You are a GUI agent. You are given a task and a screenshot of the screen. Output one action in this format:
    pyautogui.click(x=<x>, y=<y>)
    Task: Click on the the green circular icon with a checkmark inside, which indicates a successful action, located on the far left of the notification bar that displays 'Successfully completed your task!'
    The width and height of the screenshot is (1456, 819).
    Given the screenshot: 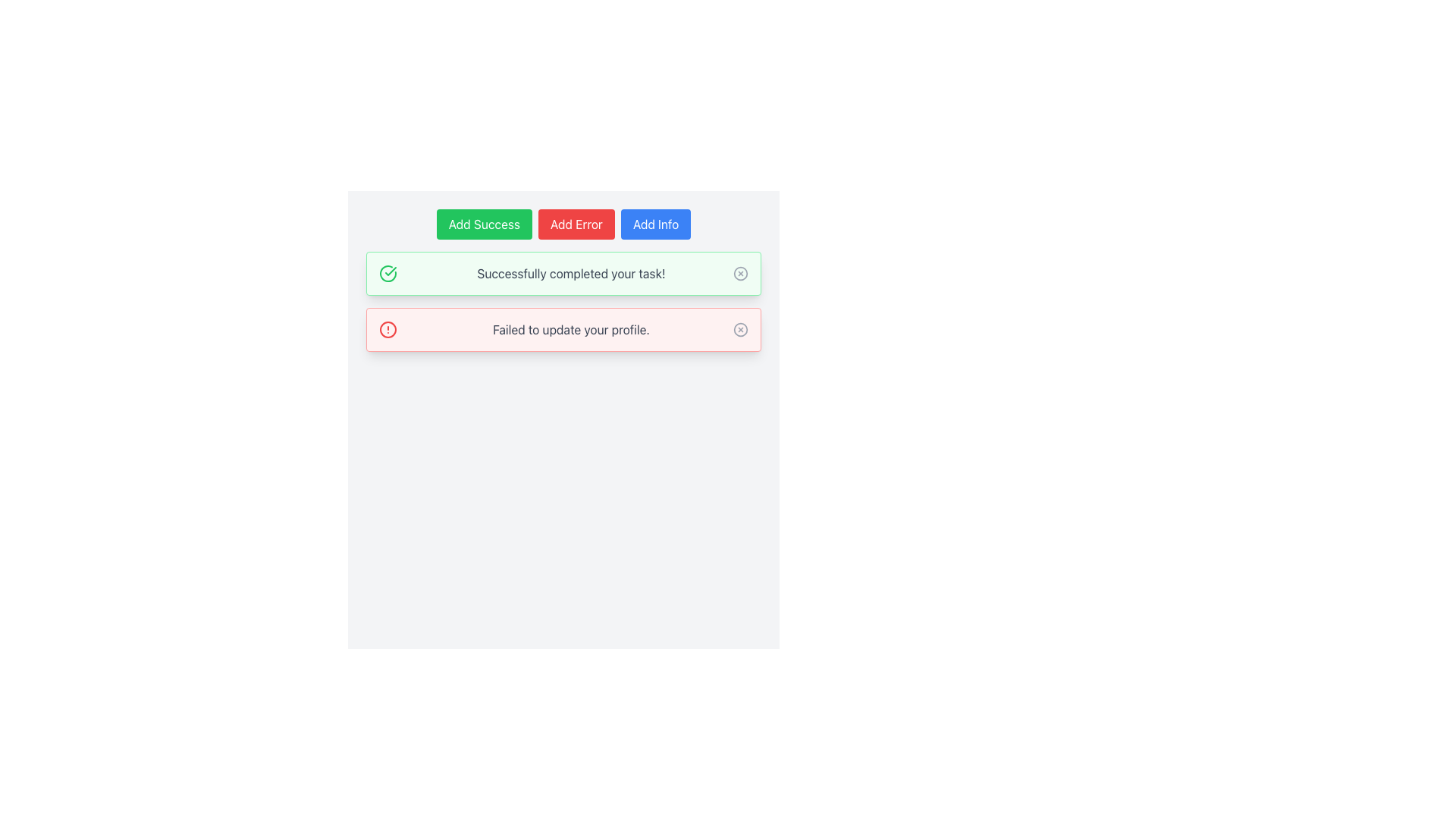 What is the action you would take?
    pyautogui.click(x=388, y=274)
    